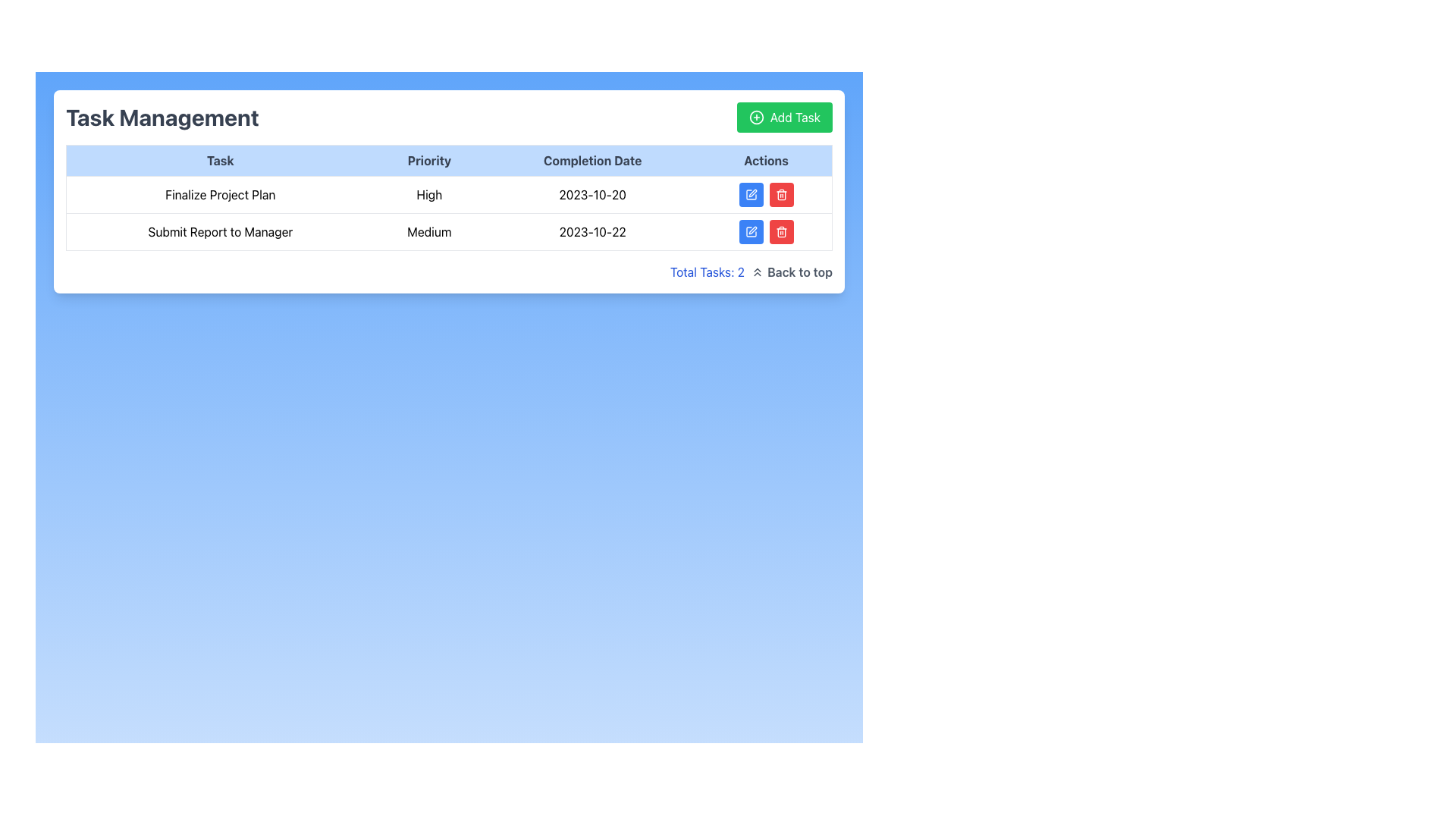 The width and height of the screenshot is (1456, 819). Describe the element at coordinates (448, 231) in the screenshot. I see `the second table row that contains the text 'Submit Report to Manager', located in the 'Task Management' section` at that location.